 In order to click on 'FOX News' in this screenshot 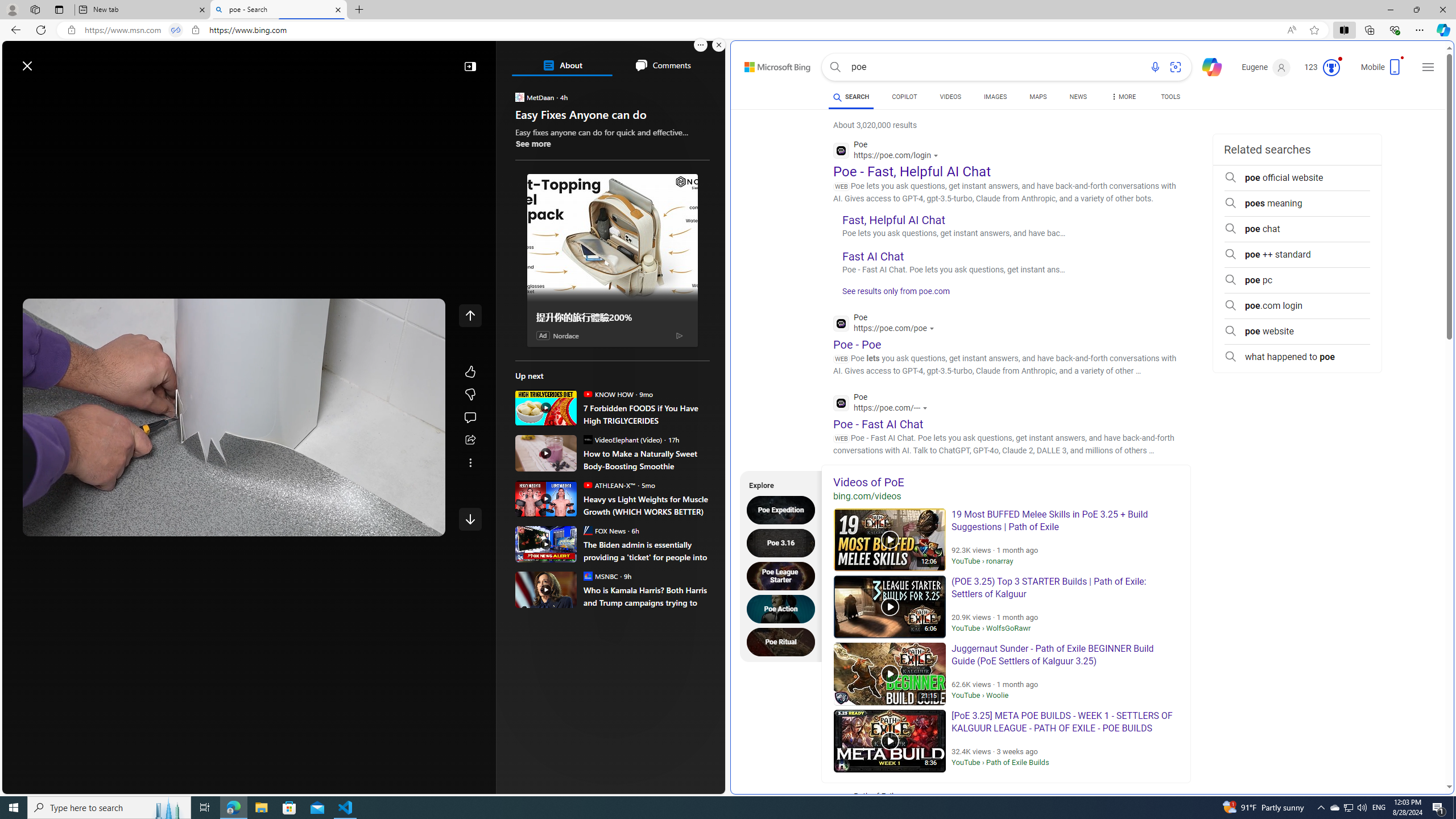, I will do `click(586, 530)`.